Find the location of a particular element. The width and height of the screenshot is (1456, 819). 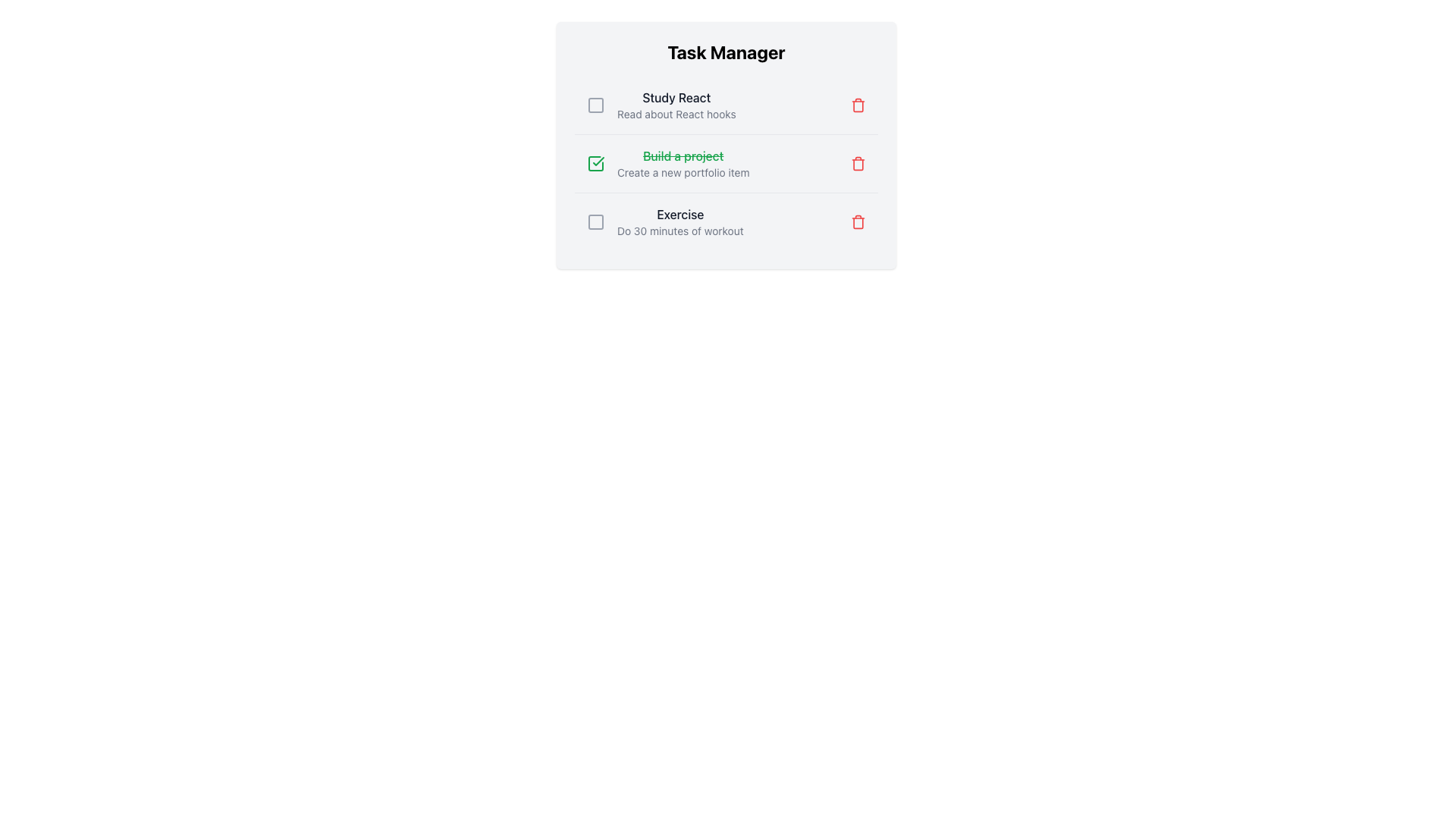

the text label that serves as the title for the exercise task, located in the lower section of the interface above the text 'Do 30 minutes of workout' is located at coordinates (679, 214).